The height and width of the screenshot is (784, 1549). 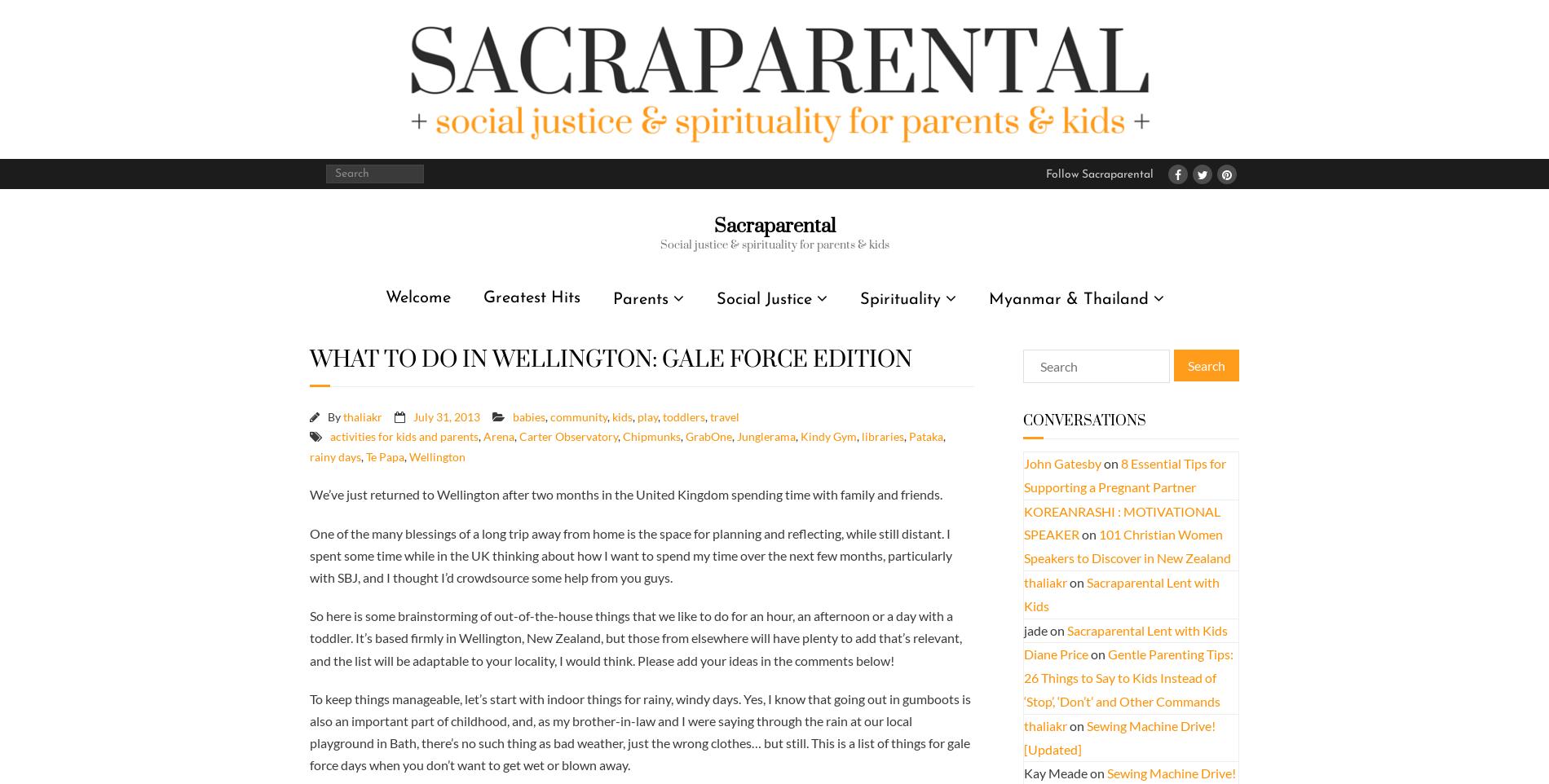 I want to click on 'Conversations', so click(x=1083, y=420).